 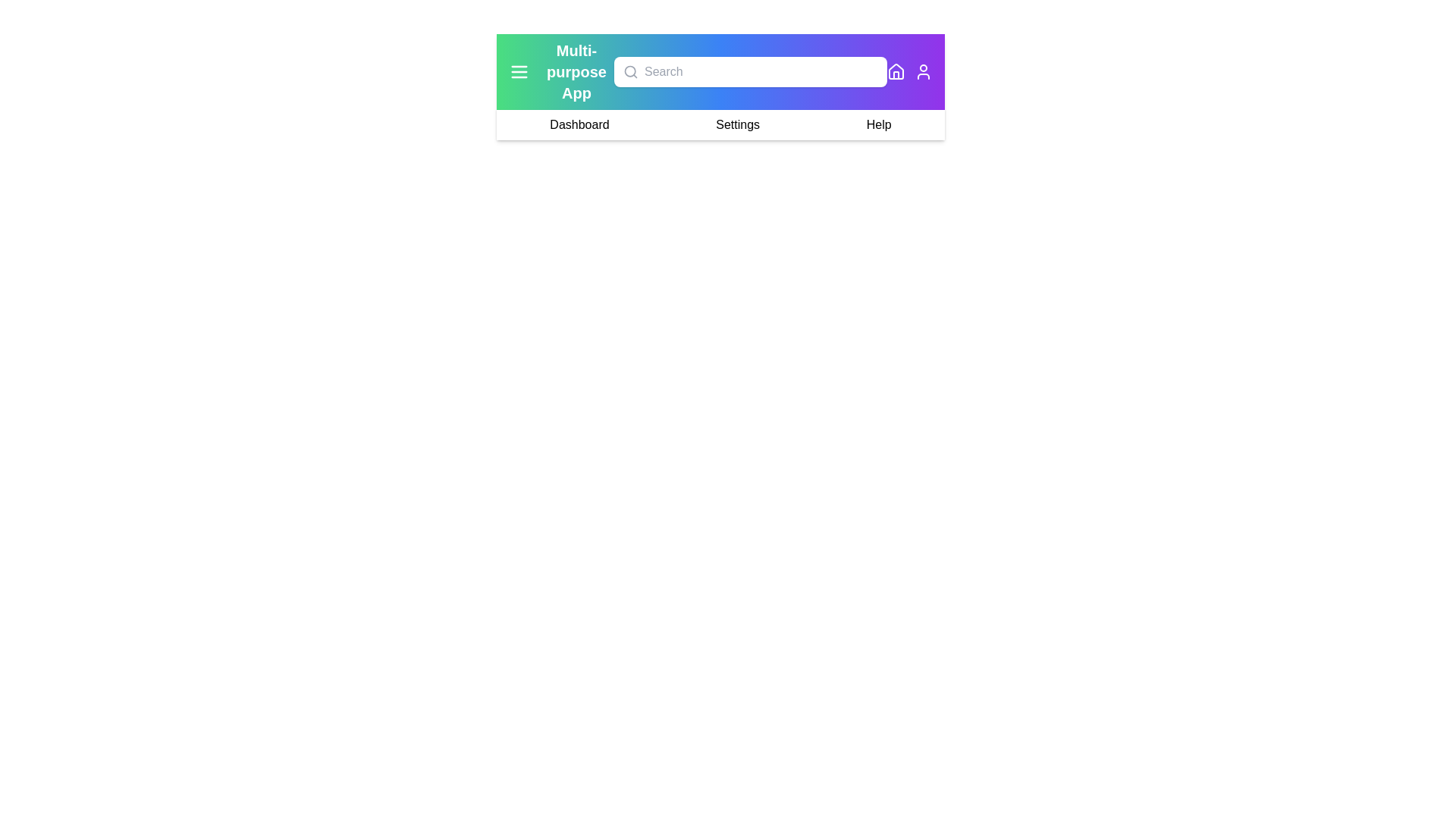 I want to click on the navigation item Dashboard, so click(x=579, y=124).